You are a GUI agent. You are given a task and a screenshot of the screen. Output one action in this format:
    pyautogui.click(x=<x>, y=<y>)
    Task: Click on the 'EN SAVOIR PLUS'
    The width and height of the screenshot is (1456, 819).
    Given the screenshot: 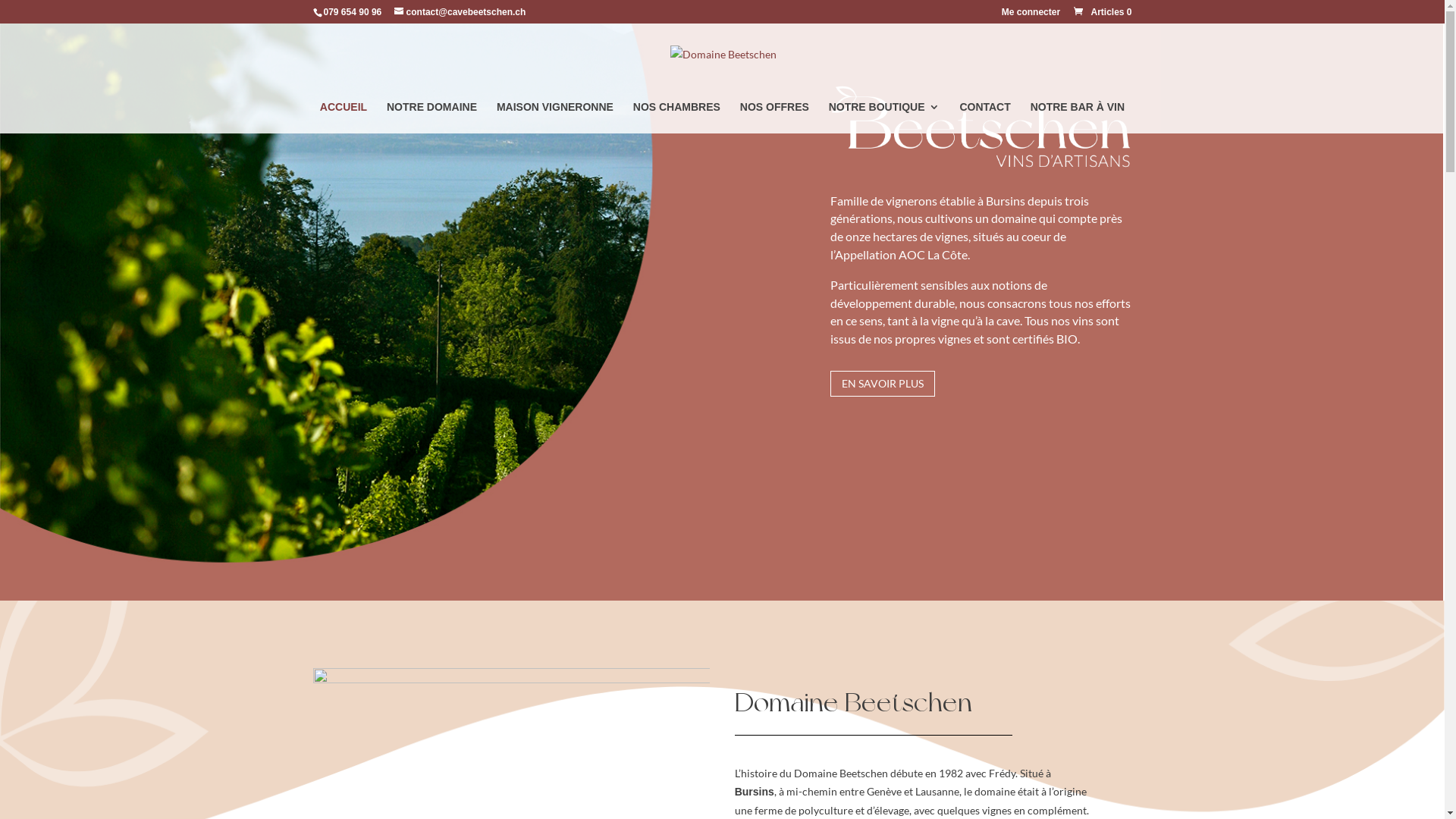 What is the action you would take?
    pyautogui.click(x=882, y=382)
    